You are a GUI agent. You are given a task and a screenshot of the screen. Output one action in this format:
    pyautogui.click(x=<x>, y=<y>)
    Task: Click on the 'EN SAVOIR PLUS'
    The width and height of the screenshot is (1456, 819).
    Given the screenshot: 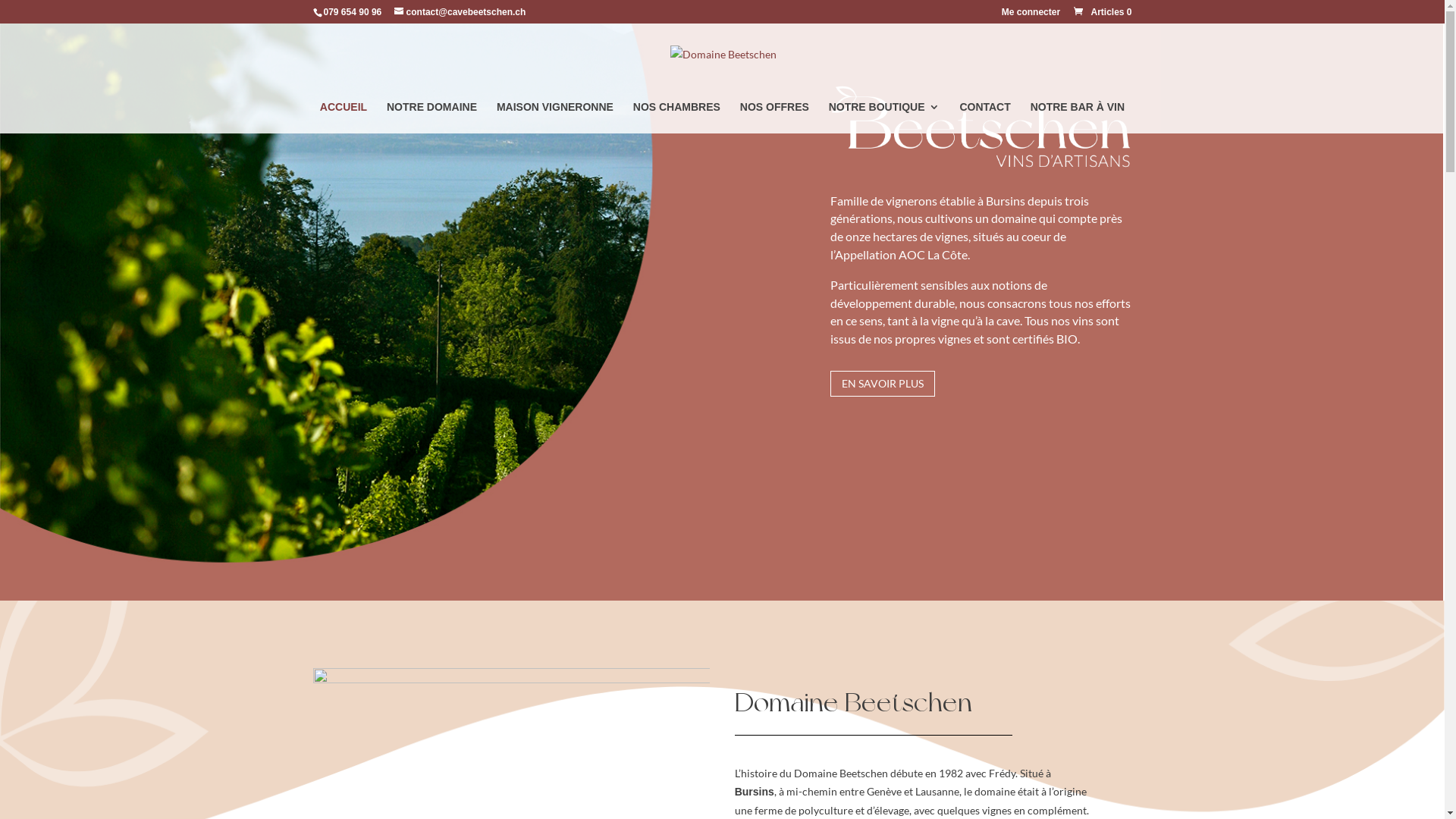 What is the action you would take?
    pyautogui.click(x=882, y=382)
    